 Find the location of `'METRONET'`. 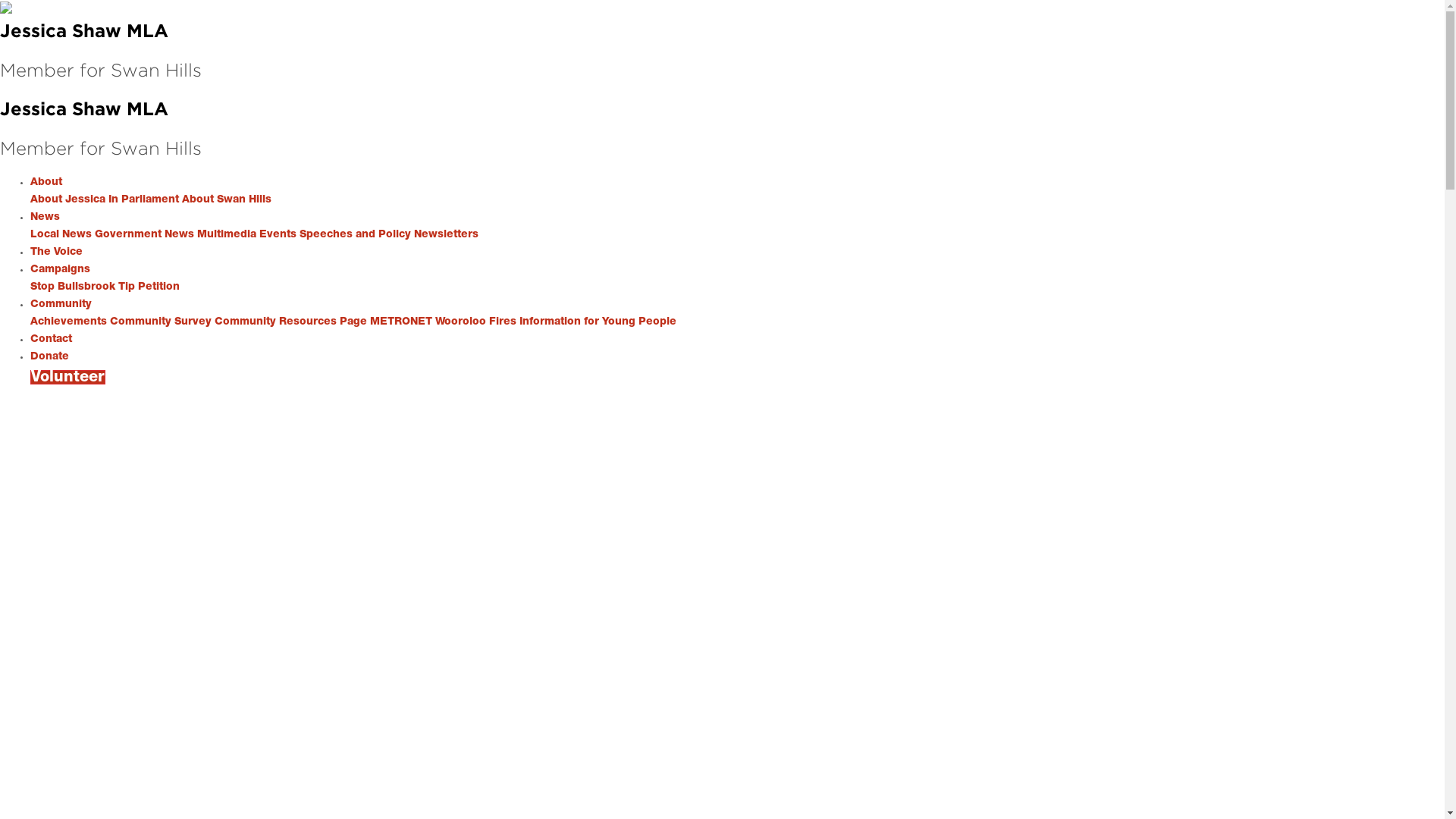

'METRONET' is located at coordinates (400, 321).